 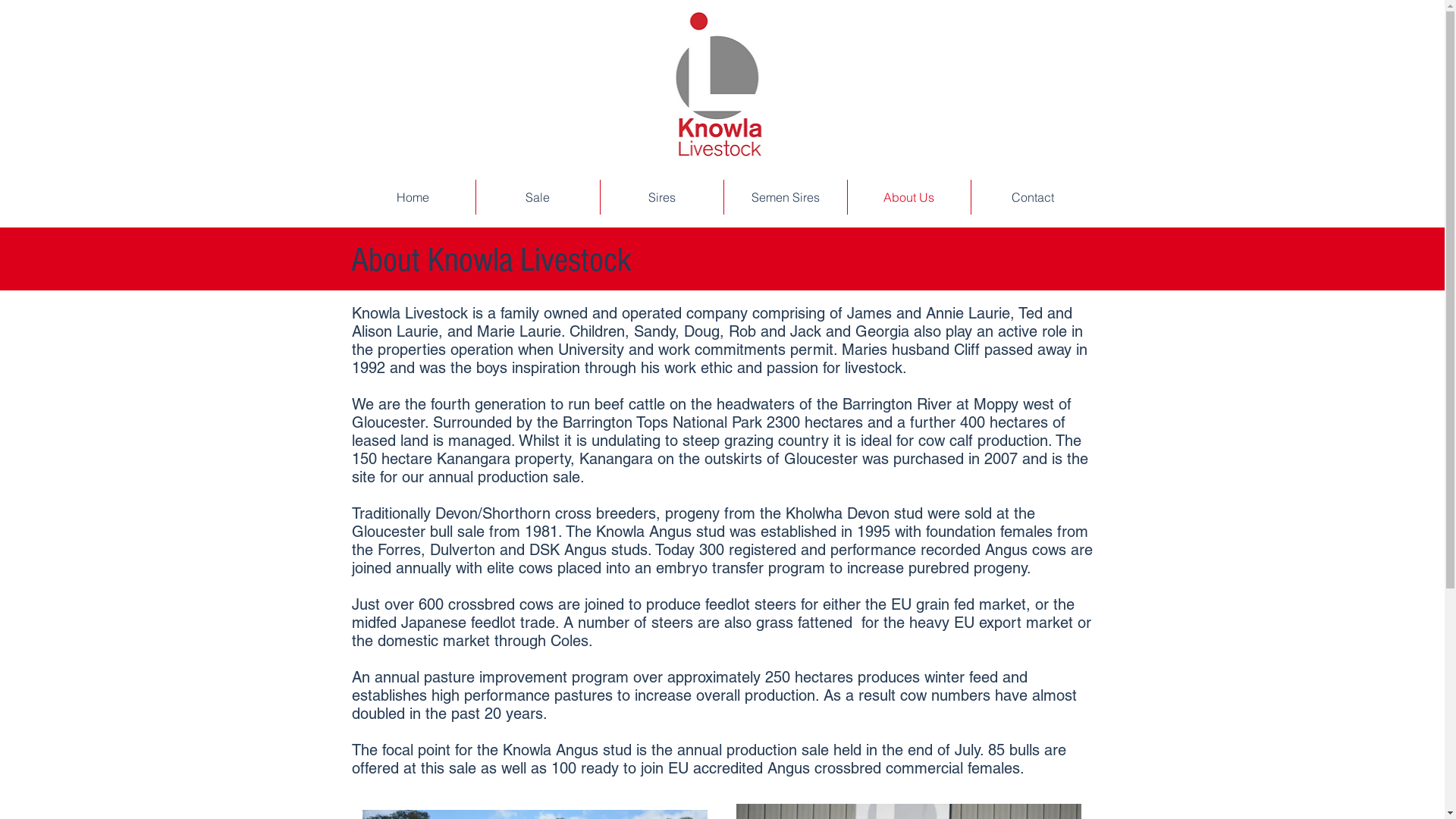 What do you see at coordinates (1031, 196) in the screenshot?
I see `'Contact'` at bounding box center [1031, 196].